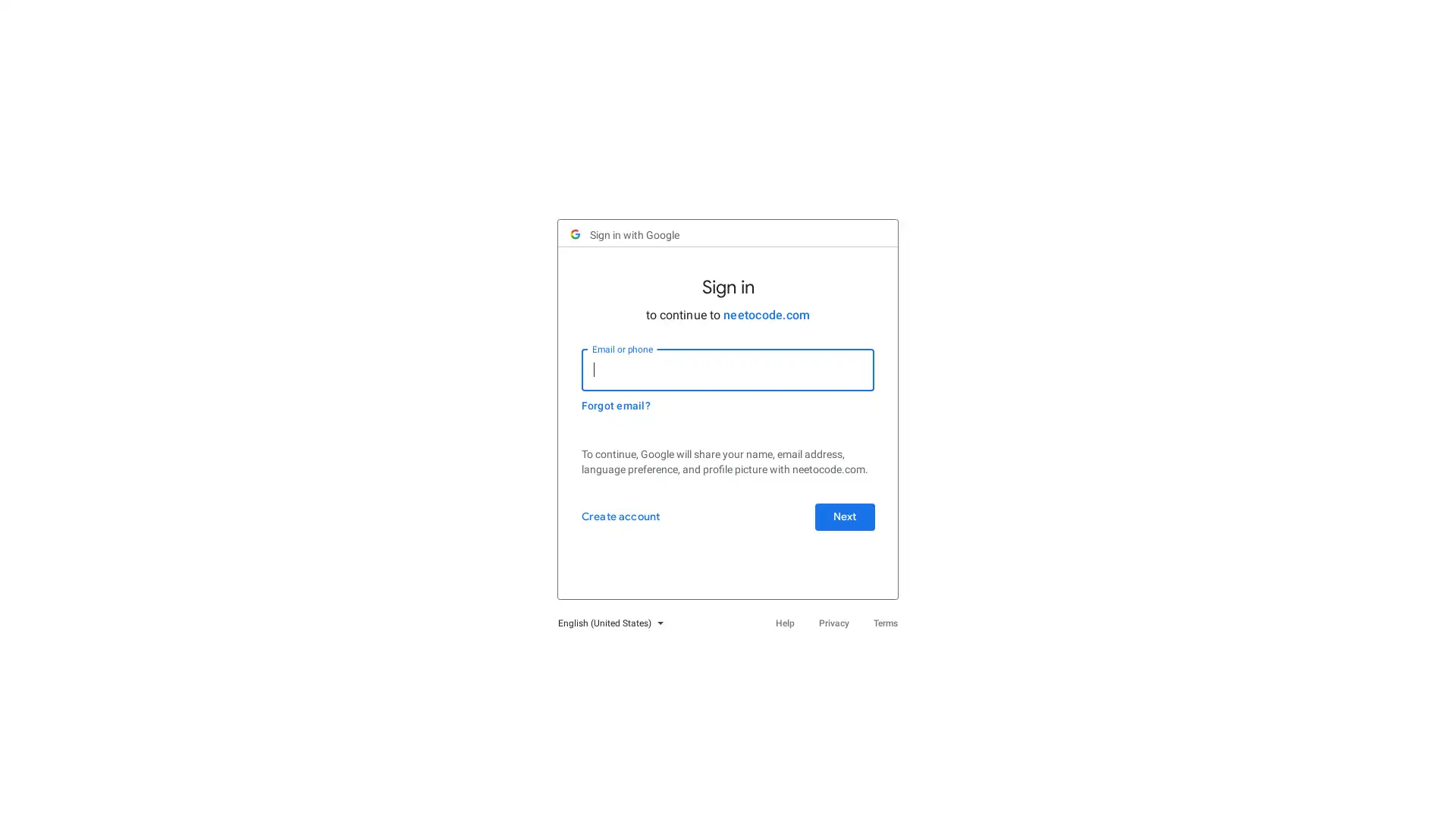 Image resolution: width=1456 pixels, height=819 pixels. I want to click on Next, so click(836, 540).